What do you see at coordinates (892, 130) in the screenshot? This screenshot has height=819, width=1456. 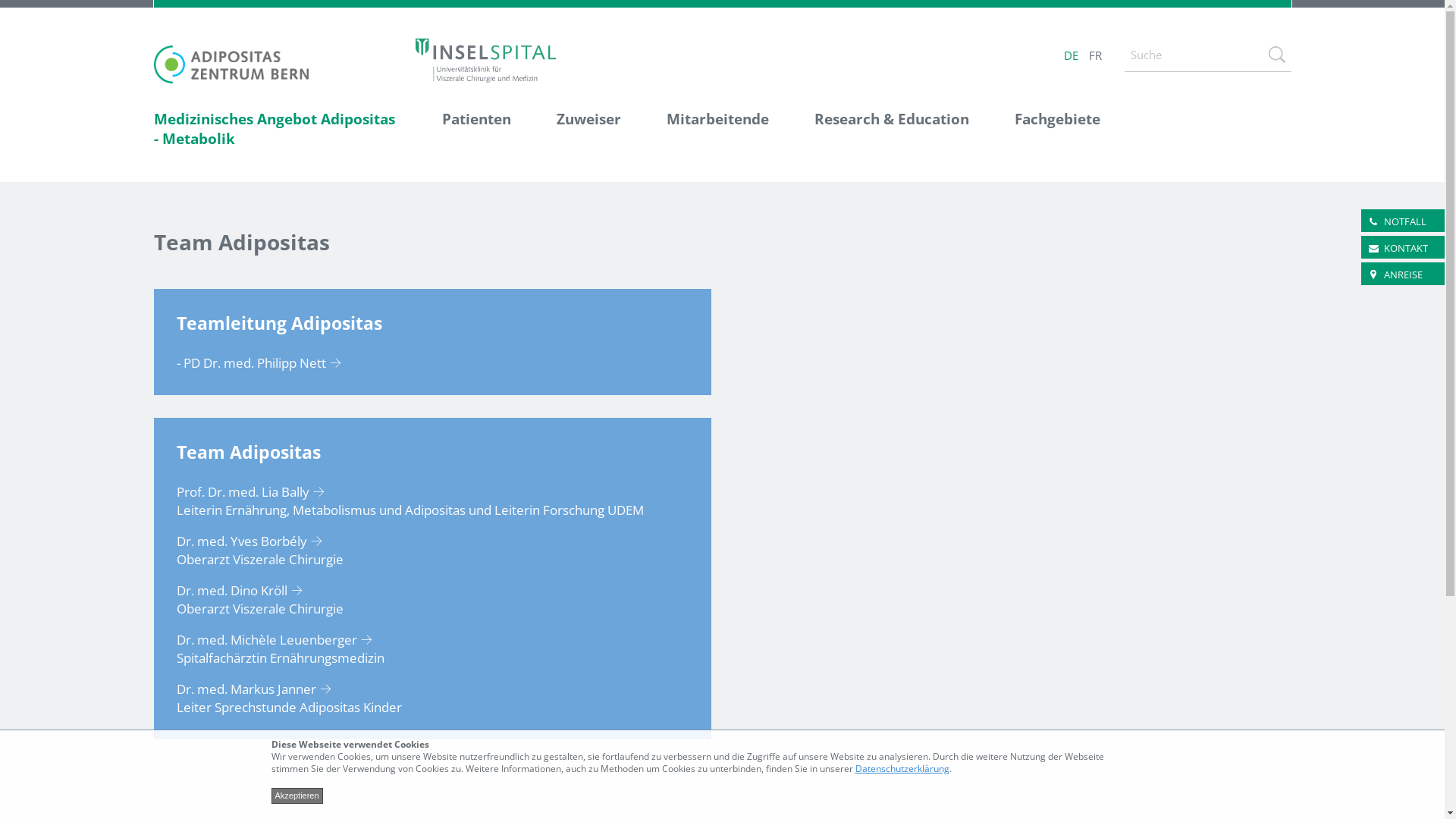 I see `'Research & Education'` at bounding box center [892, 130].